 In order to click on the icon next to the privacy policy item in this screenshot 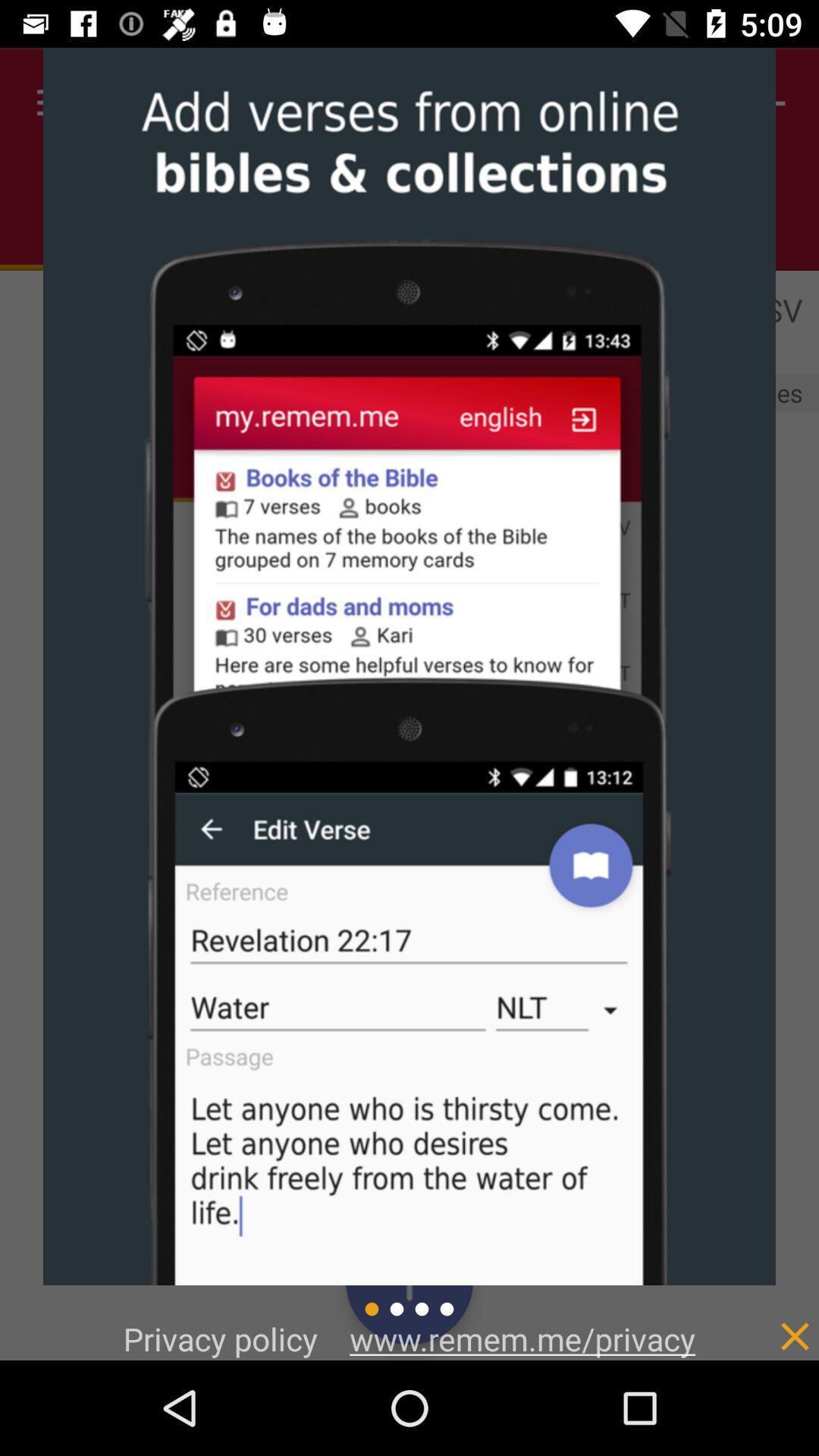, I will do `click(522, 1338)`.